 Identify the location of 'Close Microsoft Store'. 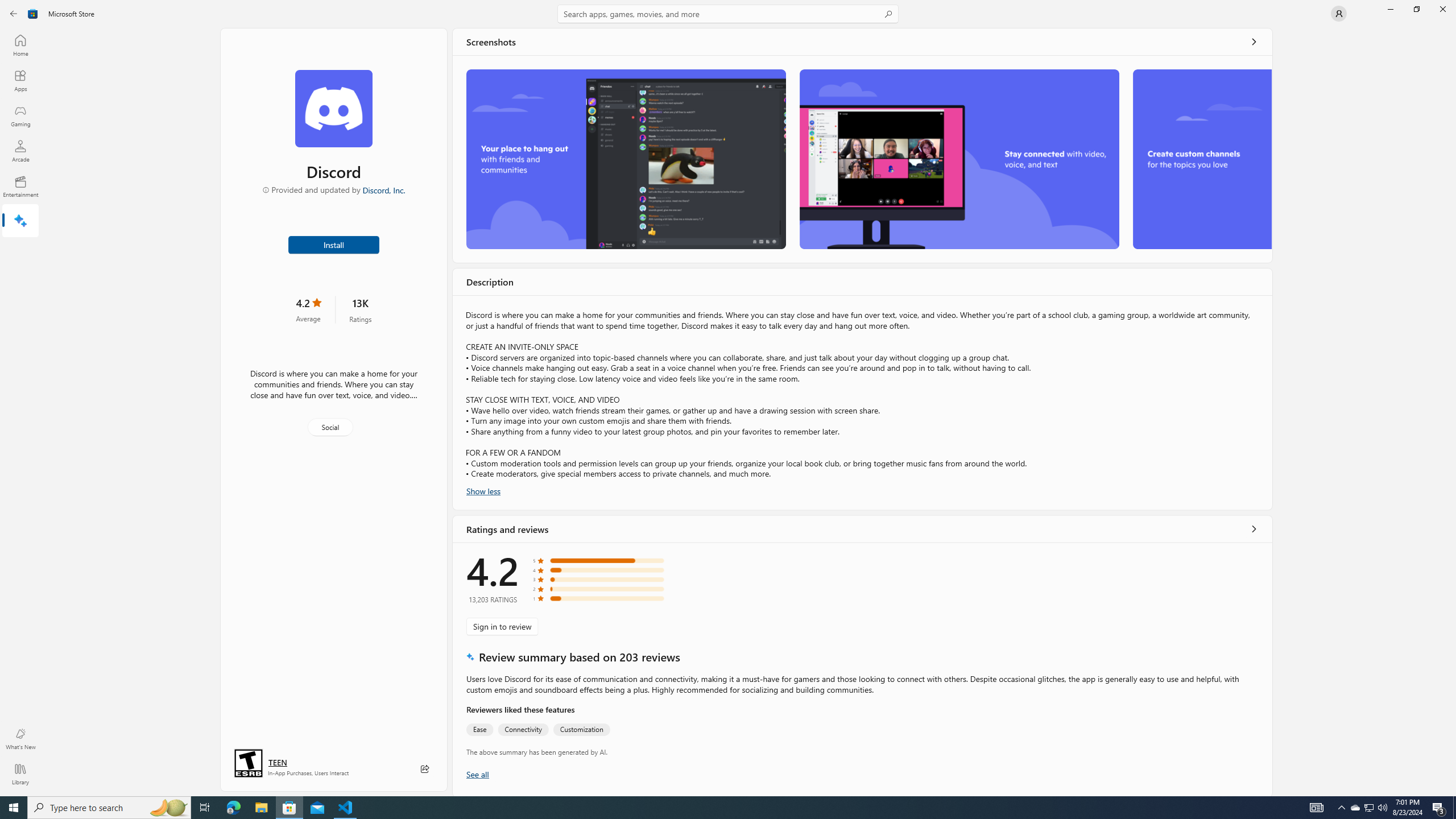
(1442, 9).